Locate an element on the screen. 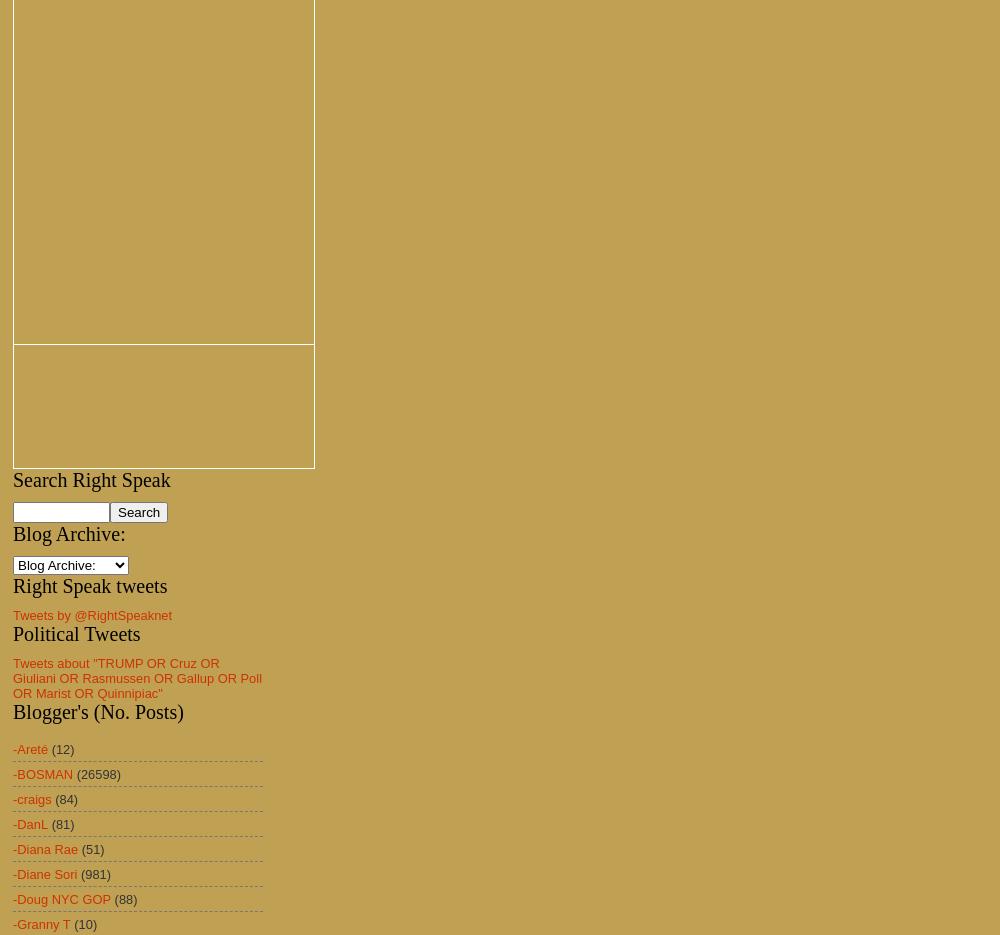 The width and height of the screenshot is (1000, 935). 'Search Right Speak' is located at coordinates (90, 480).